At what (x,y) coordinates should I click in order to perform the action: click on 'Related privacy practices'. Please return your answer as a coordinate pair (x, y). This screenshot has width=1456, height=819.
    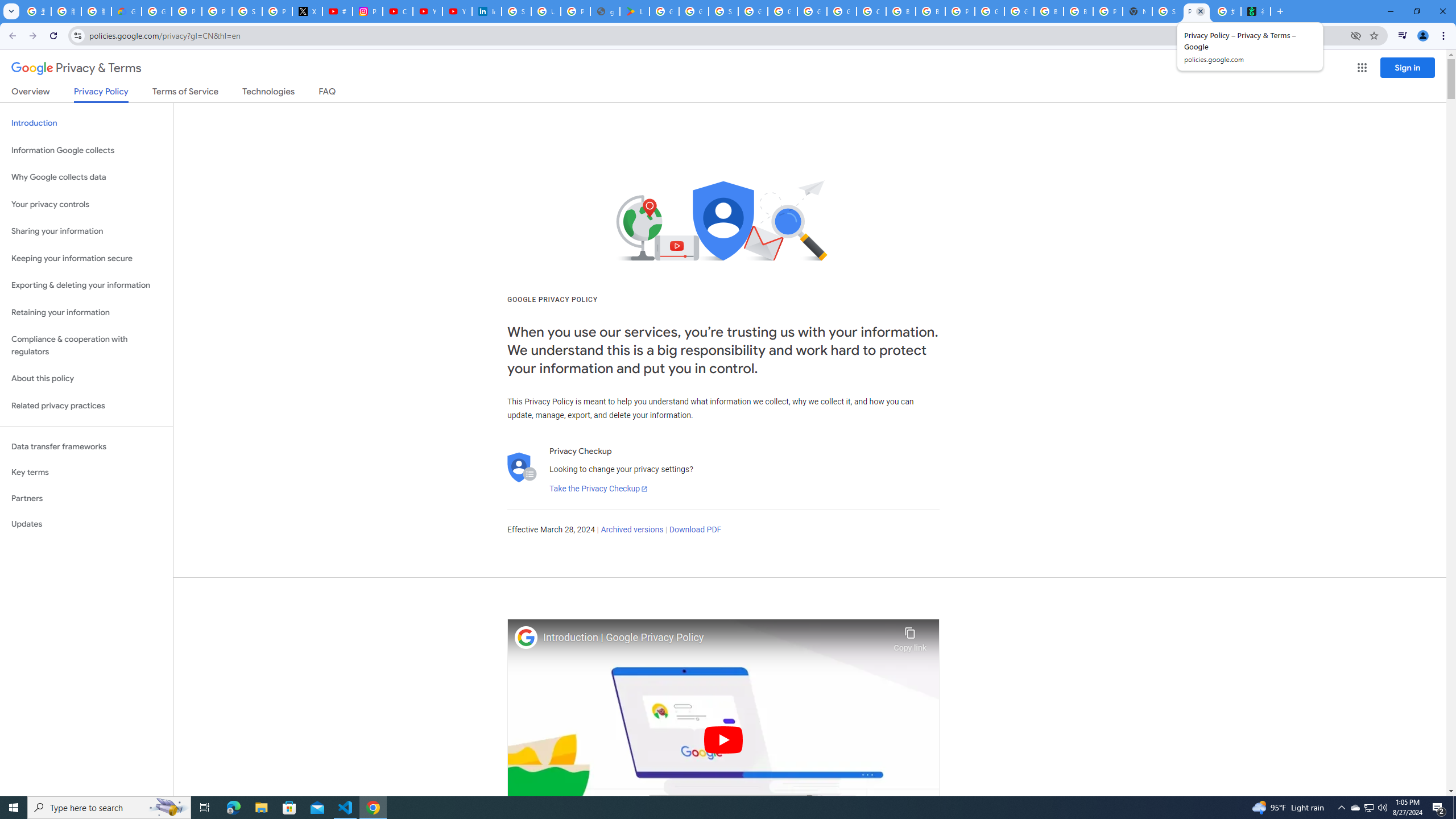
    Looking at the image, I should click on (86, 405).